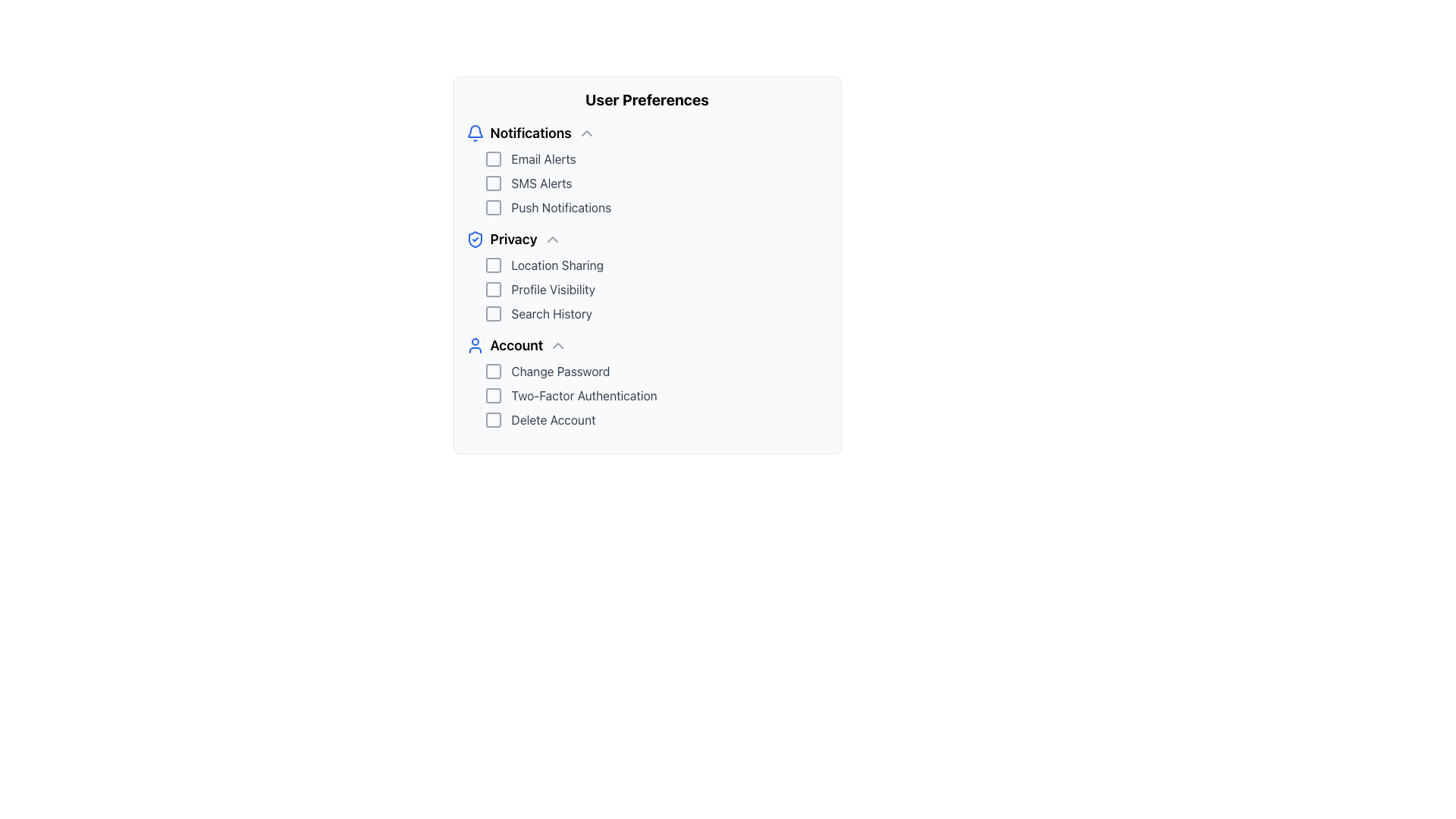  What do you see at coordinates (493, 420) in the screenshot?
I see `the interactive checkbox for the 'Delete Account' option` at bounding box center [493, 420].